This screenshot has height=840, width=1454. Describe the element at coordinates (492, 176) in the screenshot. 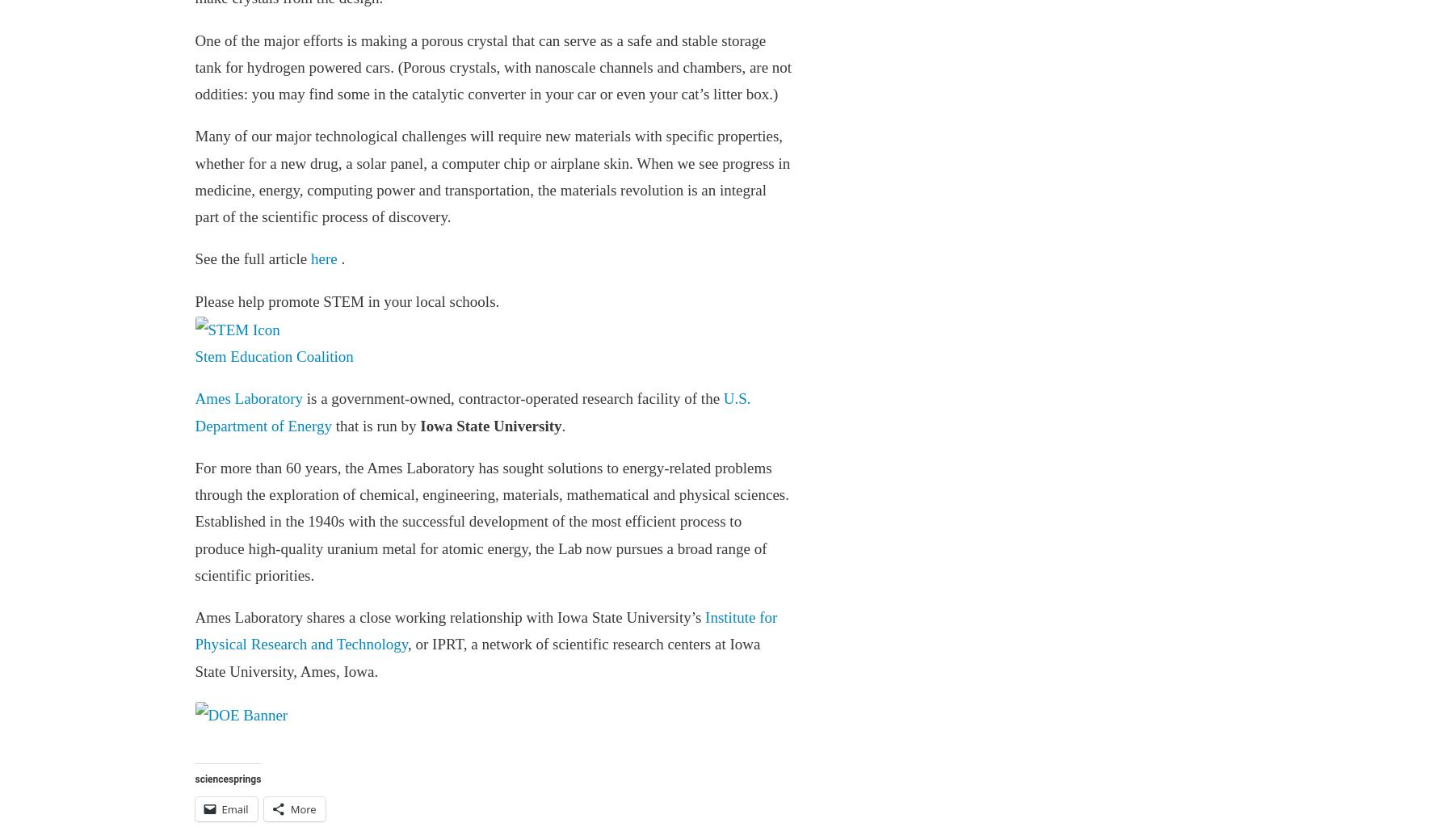

I see `'Many of our major technological challenges will require new materials with specific properties, whether for a new drug, a solar panel, a computer chip or airplane skin. When we see progress in medicine, energy, computing power and transportation, the materials revolution is an integral part of the scientific process of discovery.'` at that location.